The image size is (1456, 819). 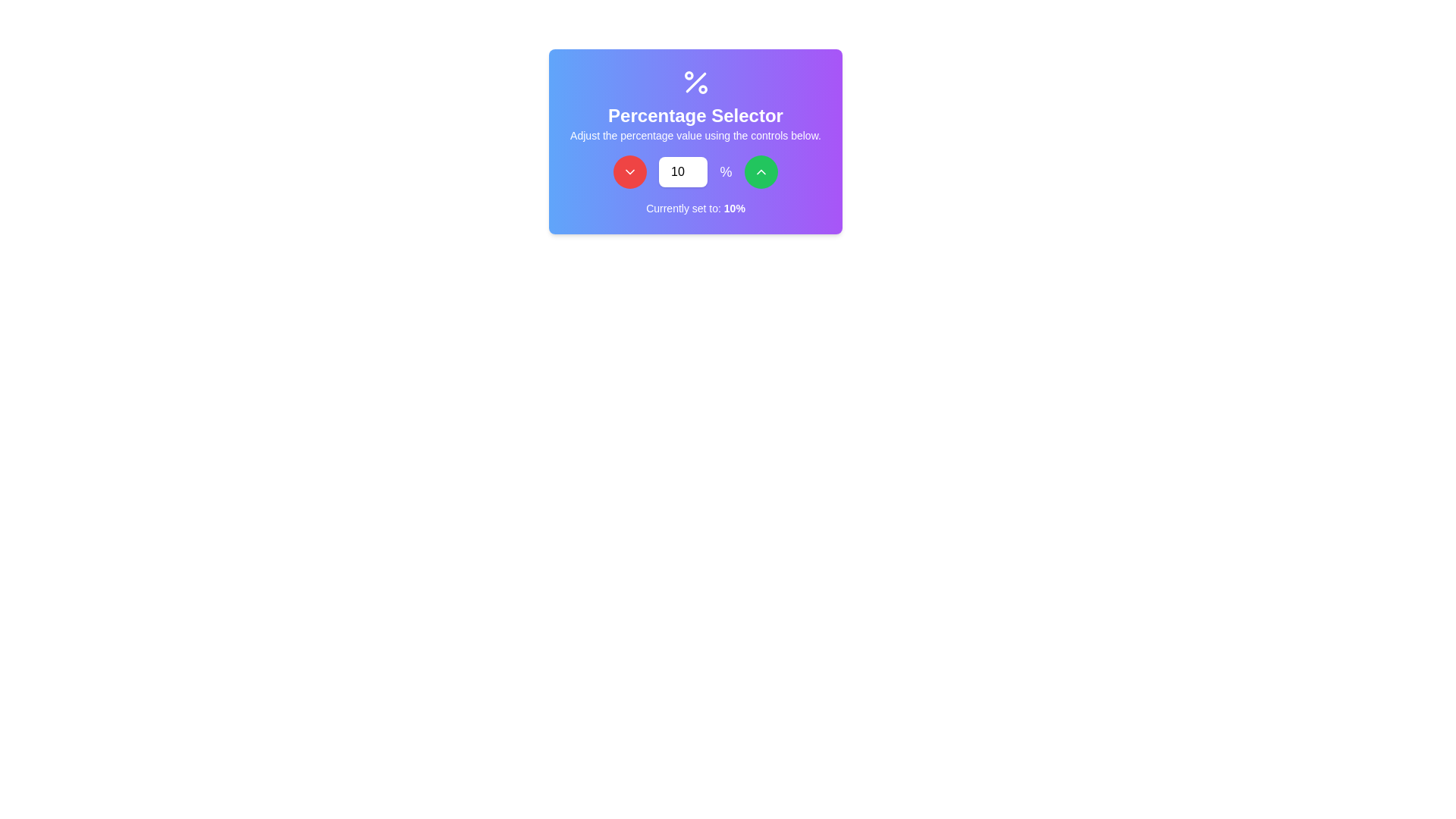 I want to click on the label element that serves as a title for the percentage adjustment functionality, positioned centrally below the percentage icon and above the descriptive text, so click(x=695, y=115).